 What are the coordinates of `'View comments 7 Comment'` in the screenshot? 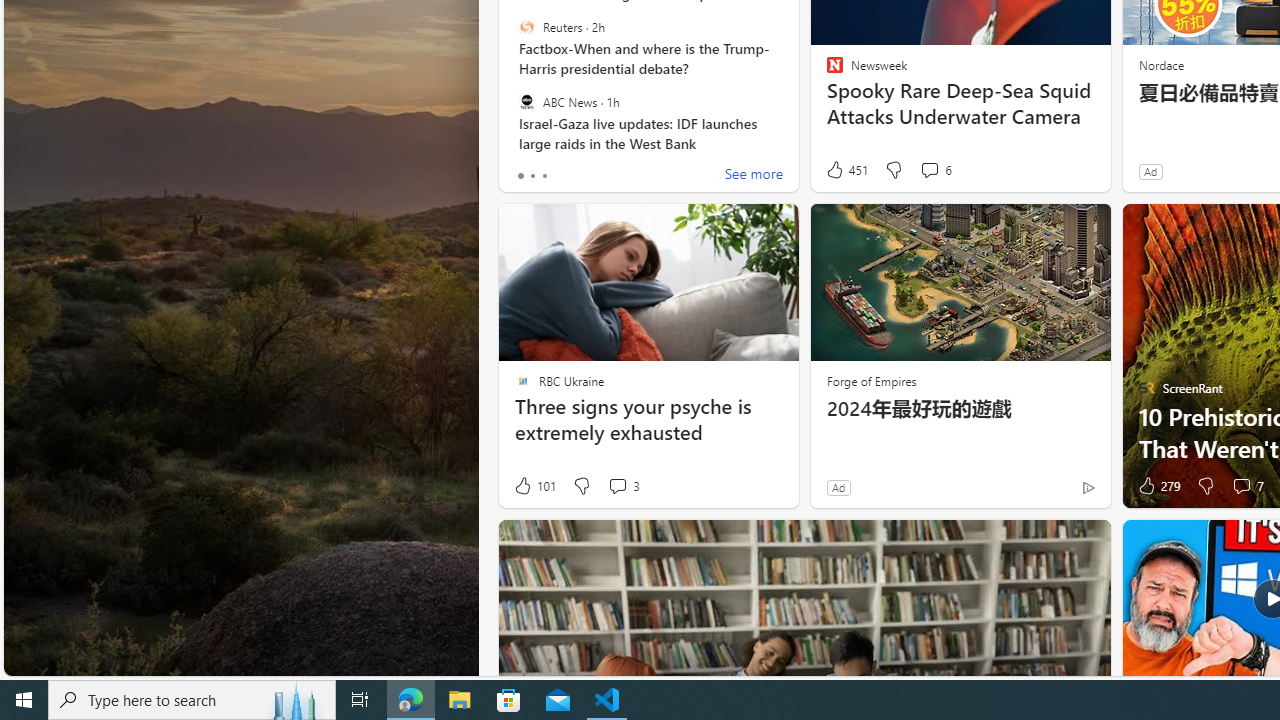 It's located at (1246, 486).